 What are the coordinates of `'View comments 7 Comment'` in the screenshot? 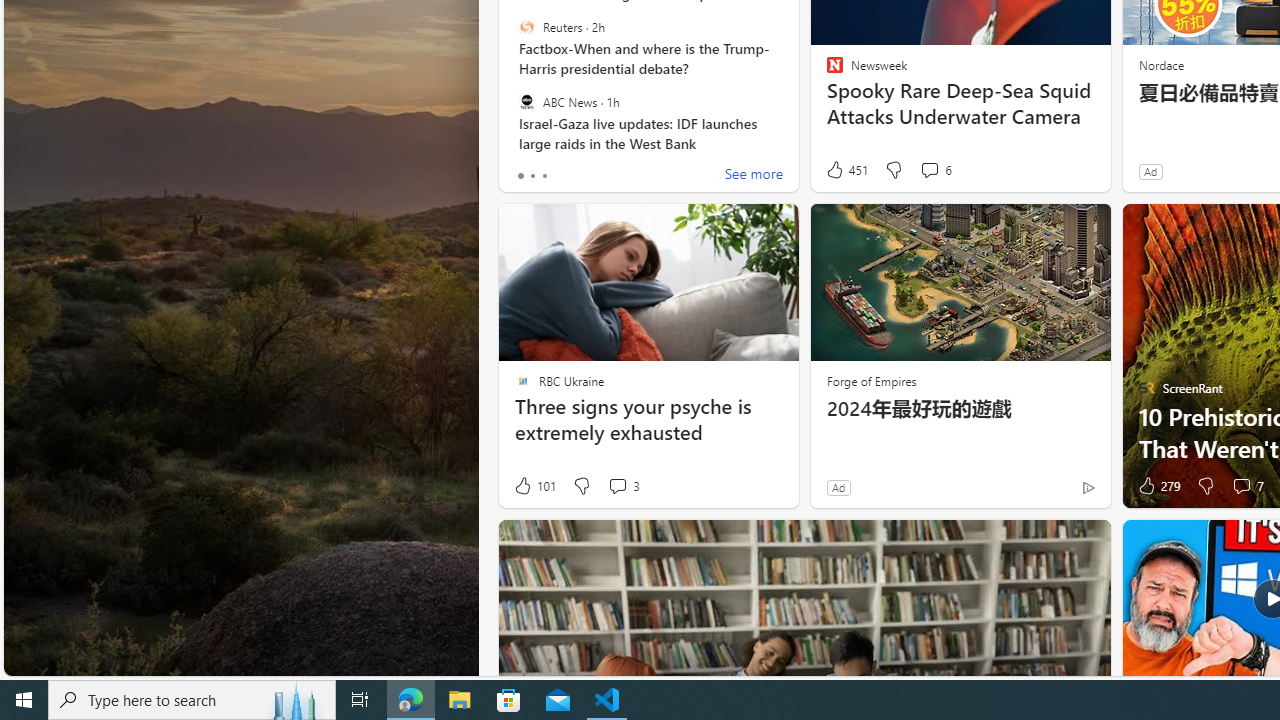 It's located at (1246, 486).